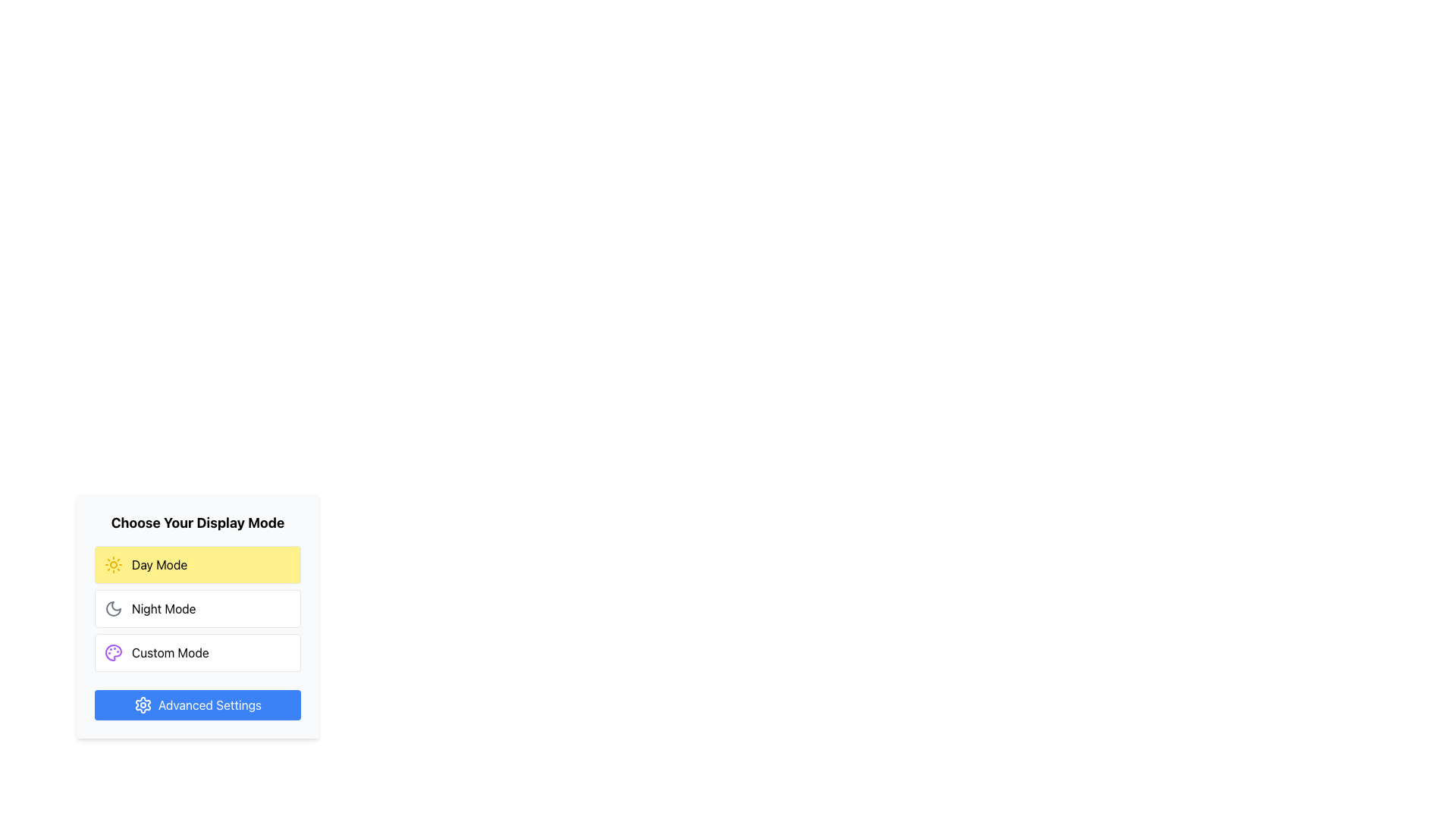 Image resolution: width=1456 pixels, height=819 pixels. Describe the element at coordinates (112, 651) in the screenshot. I see `the decorative icon representing the 'Custom Mode' option, which is positioned to the left of the 'Custom Mode' label in the selectable options under 'Choose Your Display Mode'` at that location.